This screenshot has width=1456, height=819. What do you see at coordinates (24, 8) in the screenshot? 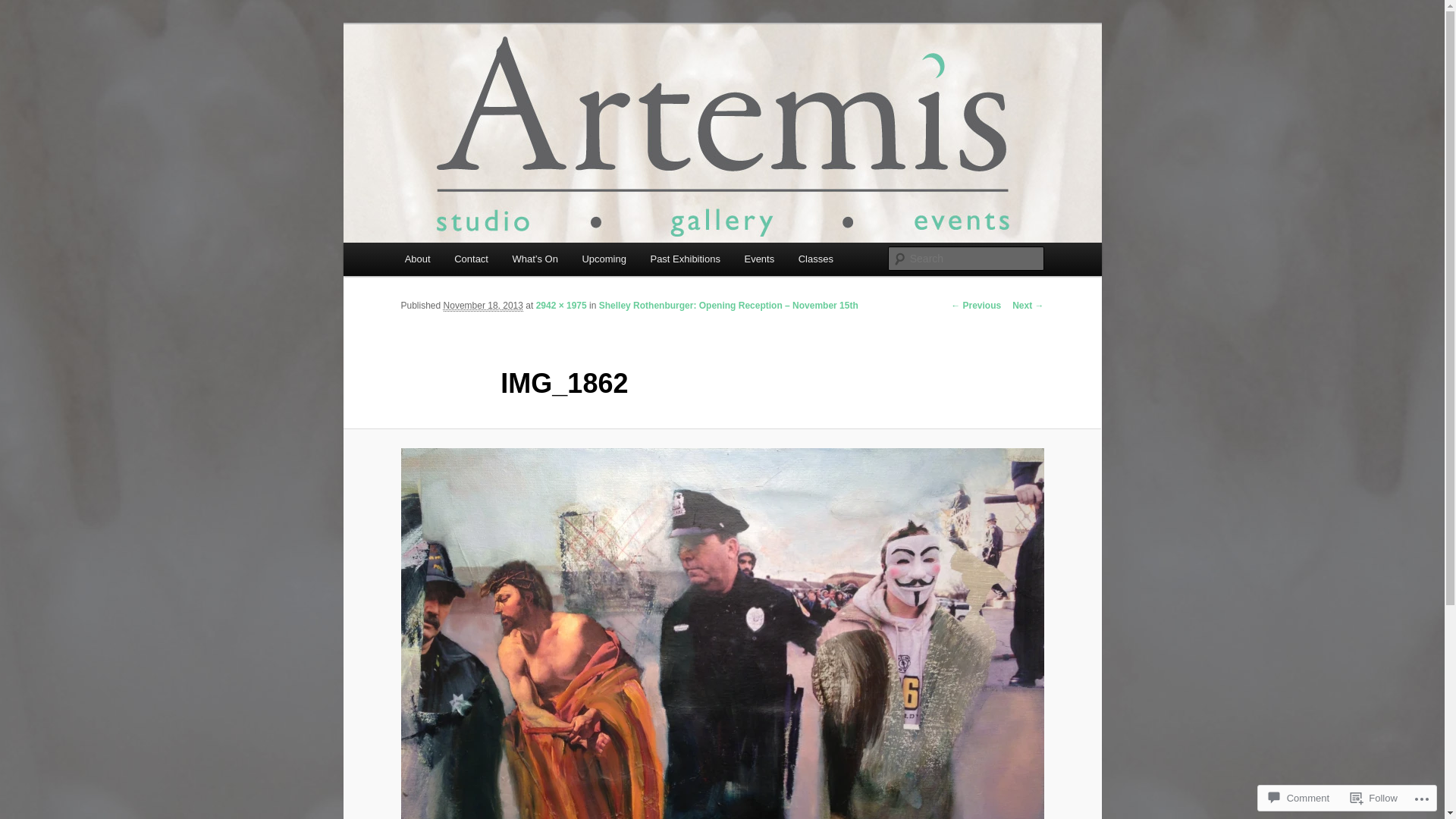
I see `'Search'` at bounding box center [24, 8].